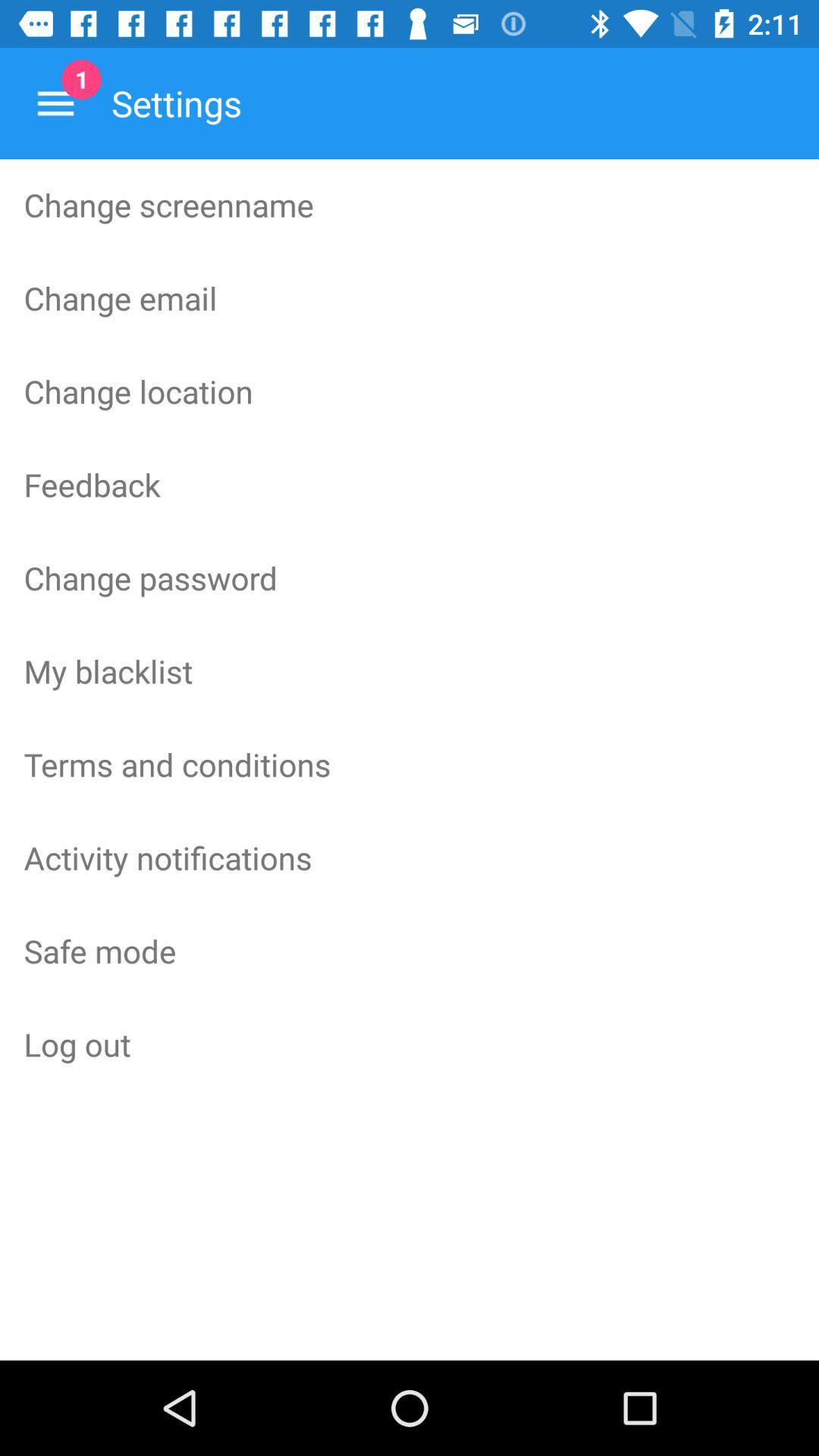 This screenshot has width=819, height=1456. Describe the element at coordinates (55, 102) in the screenshot. I see `the icon above the change screenname` at that location.